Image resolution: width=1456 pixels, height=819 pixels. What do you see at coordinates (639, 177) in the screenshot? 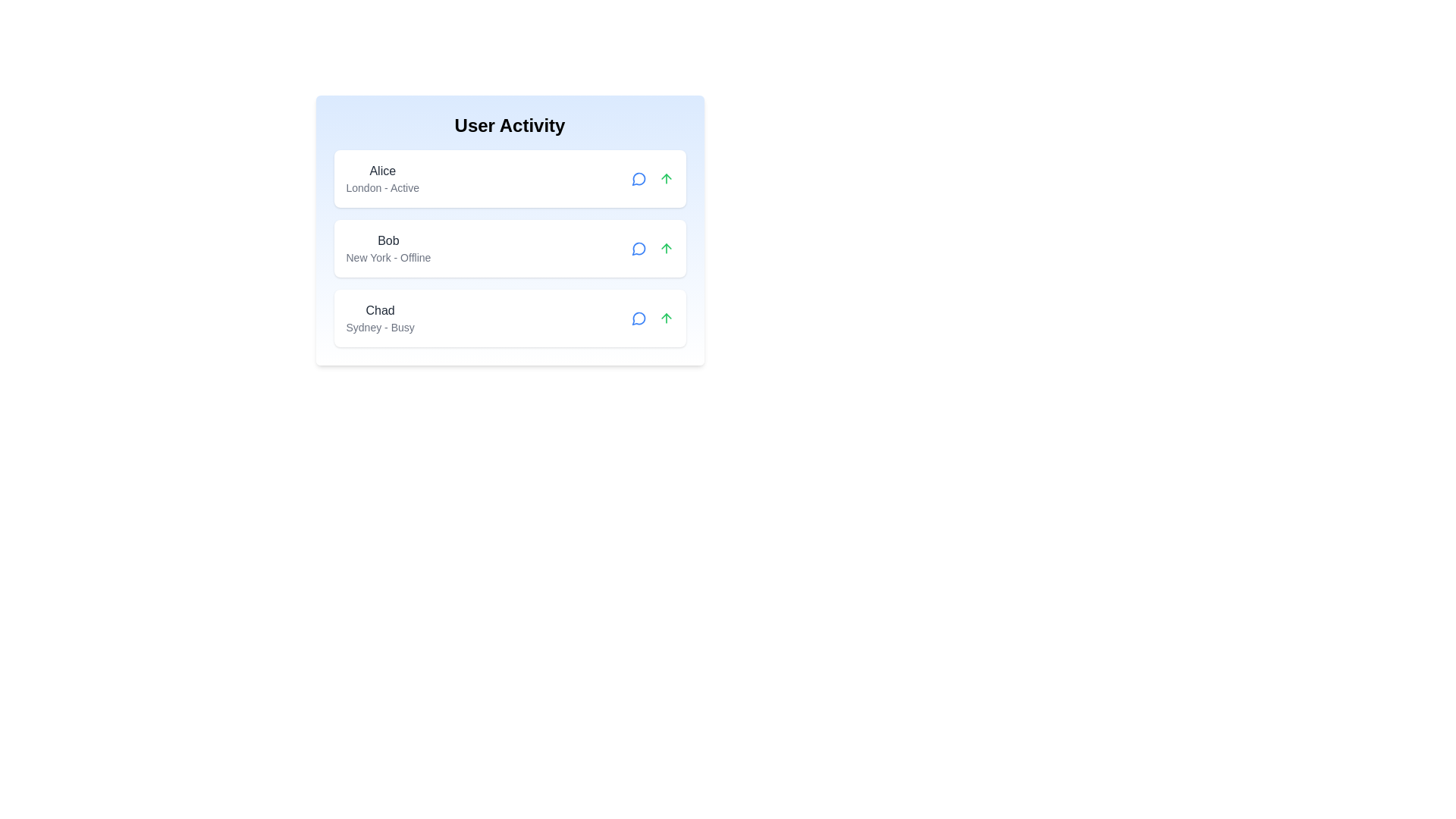
I see `message button corresponding to the user Alice` at bounding box center [639, 177].